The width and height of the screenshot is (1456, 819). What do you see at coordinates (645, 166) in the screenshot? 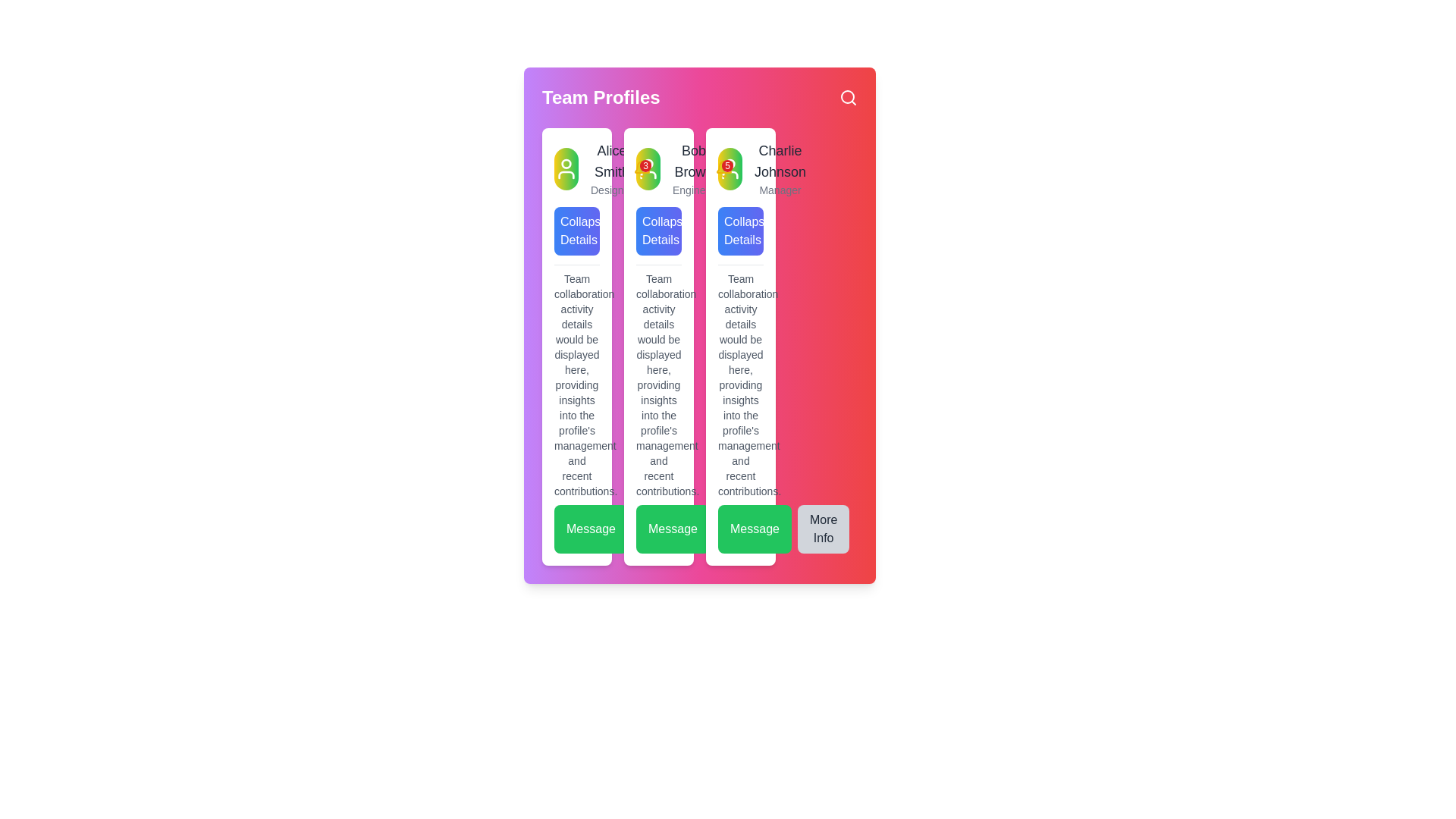
I see `the Notification badge located at the top-right corner of the bell icon in the notification UI of the profile` at bounding box center [645, 166].